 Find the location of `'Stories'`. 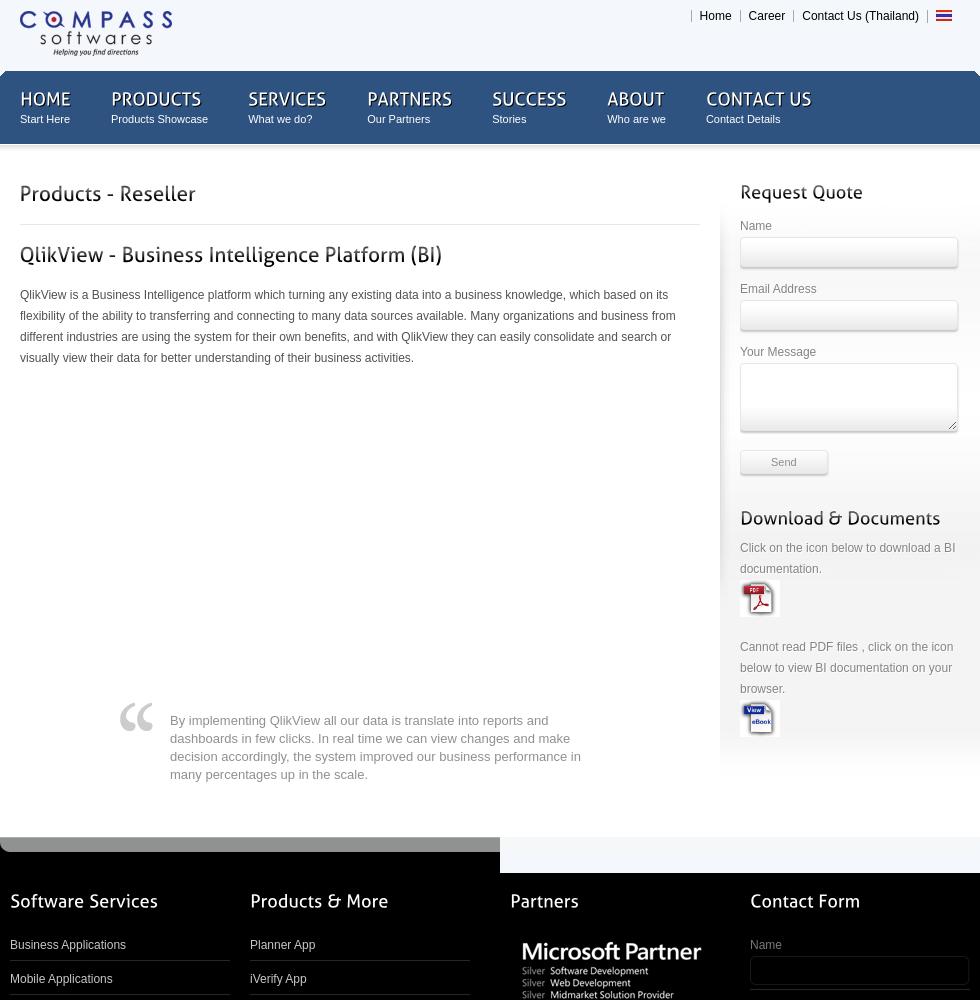

'Stories' is located at coordinates (509, 118).